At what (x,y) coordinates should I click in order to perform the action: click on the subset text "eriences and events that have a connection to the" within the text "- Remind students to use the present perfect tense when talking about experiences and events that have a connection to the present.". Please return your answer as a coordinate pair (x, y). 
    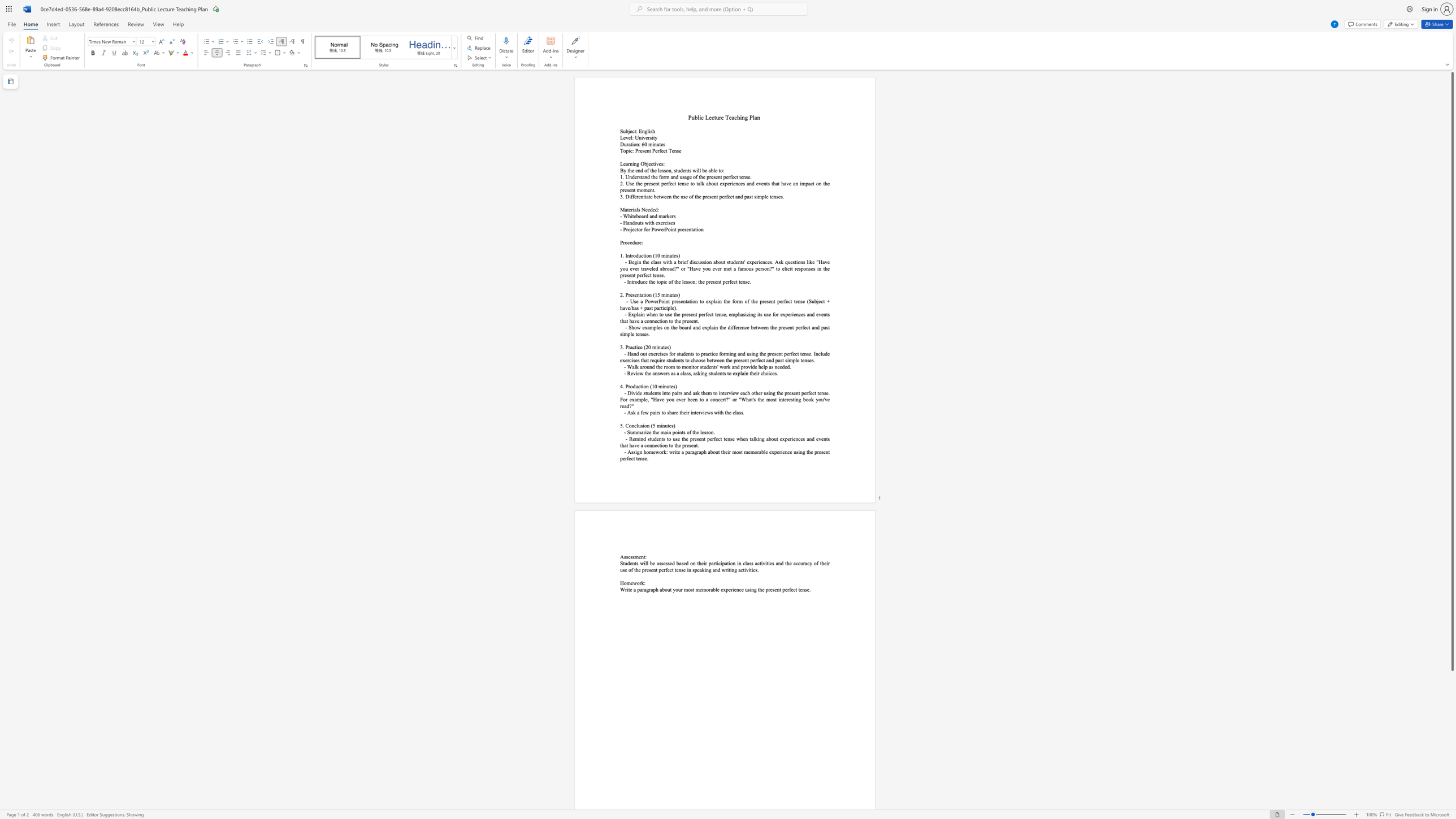
    Looking at the image, I should click on (787, 438).